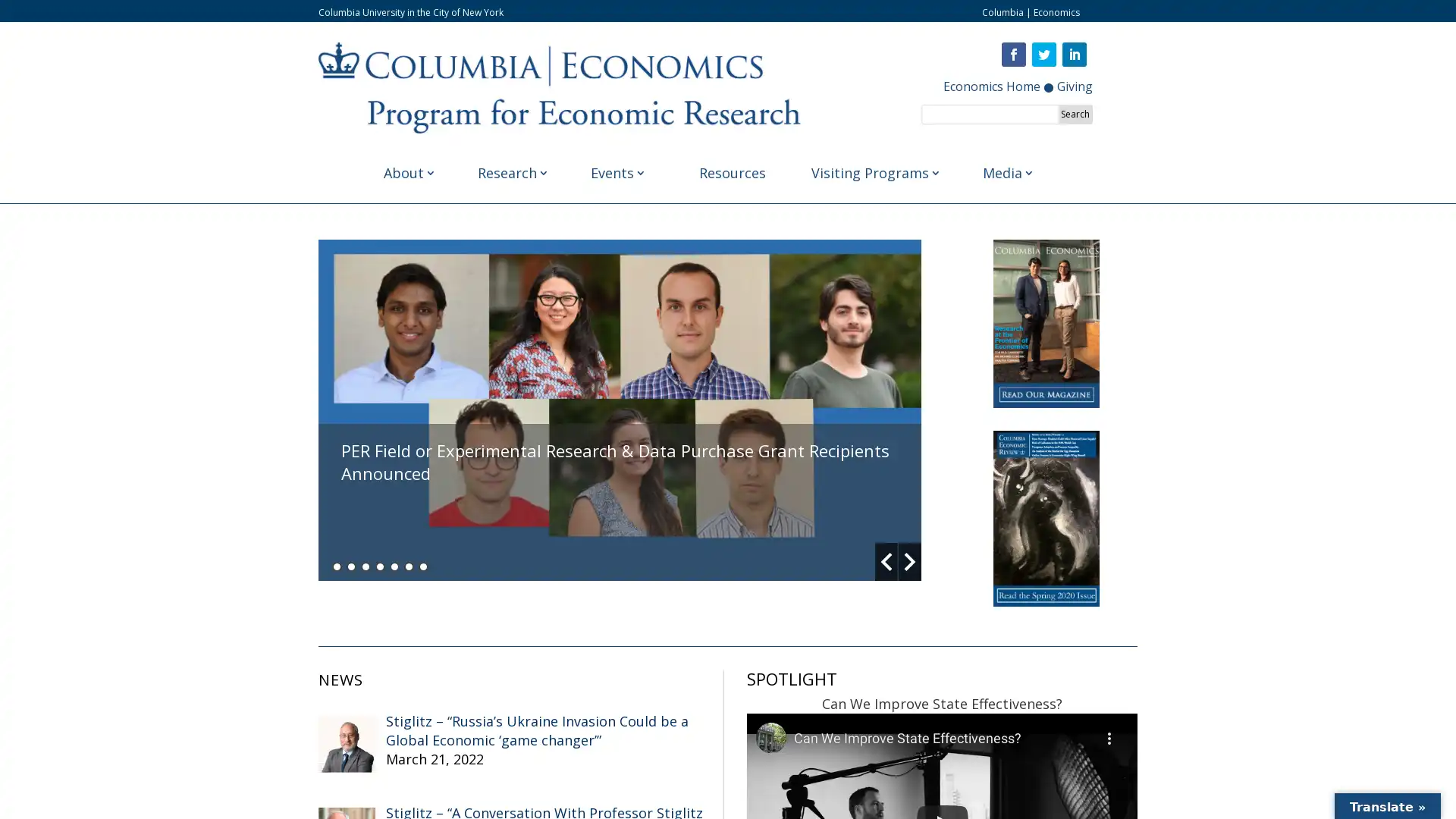  Describe the element at coordinates (394, 566) in the screenshot. I see `5` at that location.